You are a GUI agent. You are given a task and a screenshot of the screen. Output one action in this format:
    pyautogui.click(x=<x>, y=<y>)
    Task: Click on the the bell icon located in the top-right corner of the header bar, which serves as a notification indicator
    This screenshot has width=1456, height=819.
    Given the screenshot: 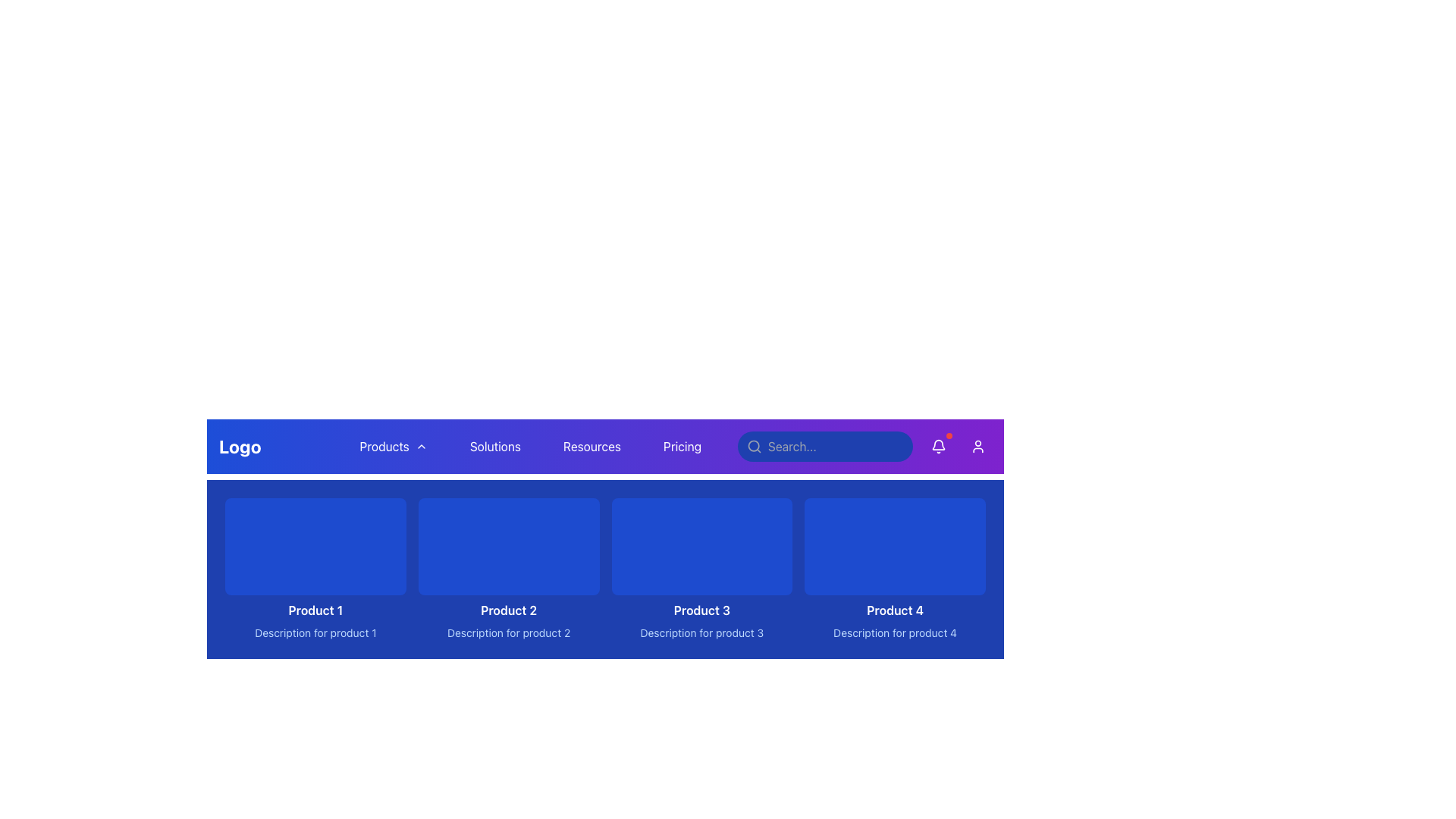 What is the action you would take?
    pyautogui.click(x=938, y=444)
    